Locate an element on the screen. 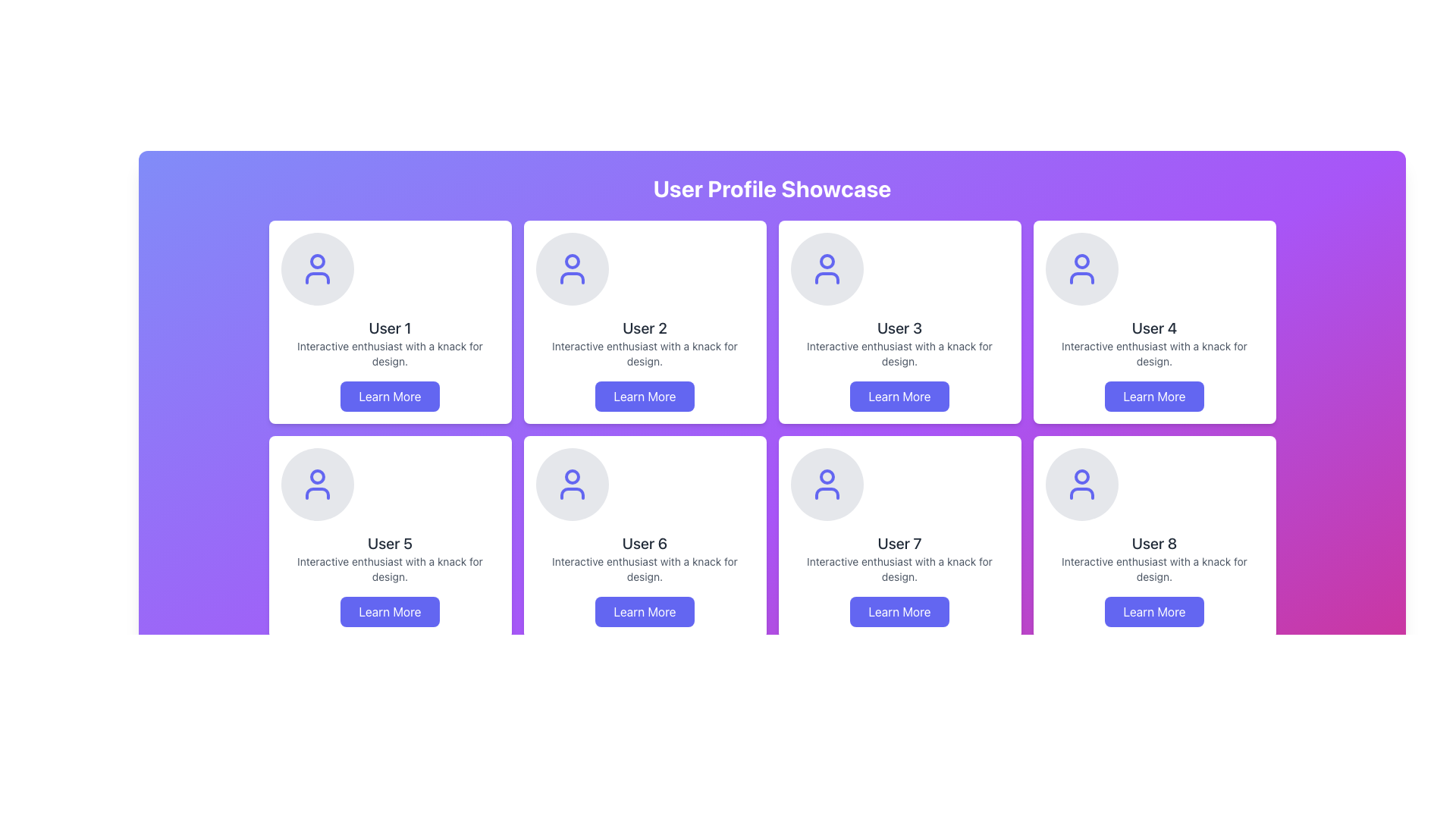  the button at the bottom of the user card for 'User 6' is located at coordinates (645, 610).